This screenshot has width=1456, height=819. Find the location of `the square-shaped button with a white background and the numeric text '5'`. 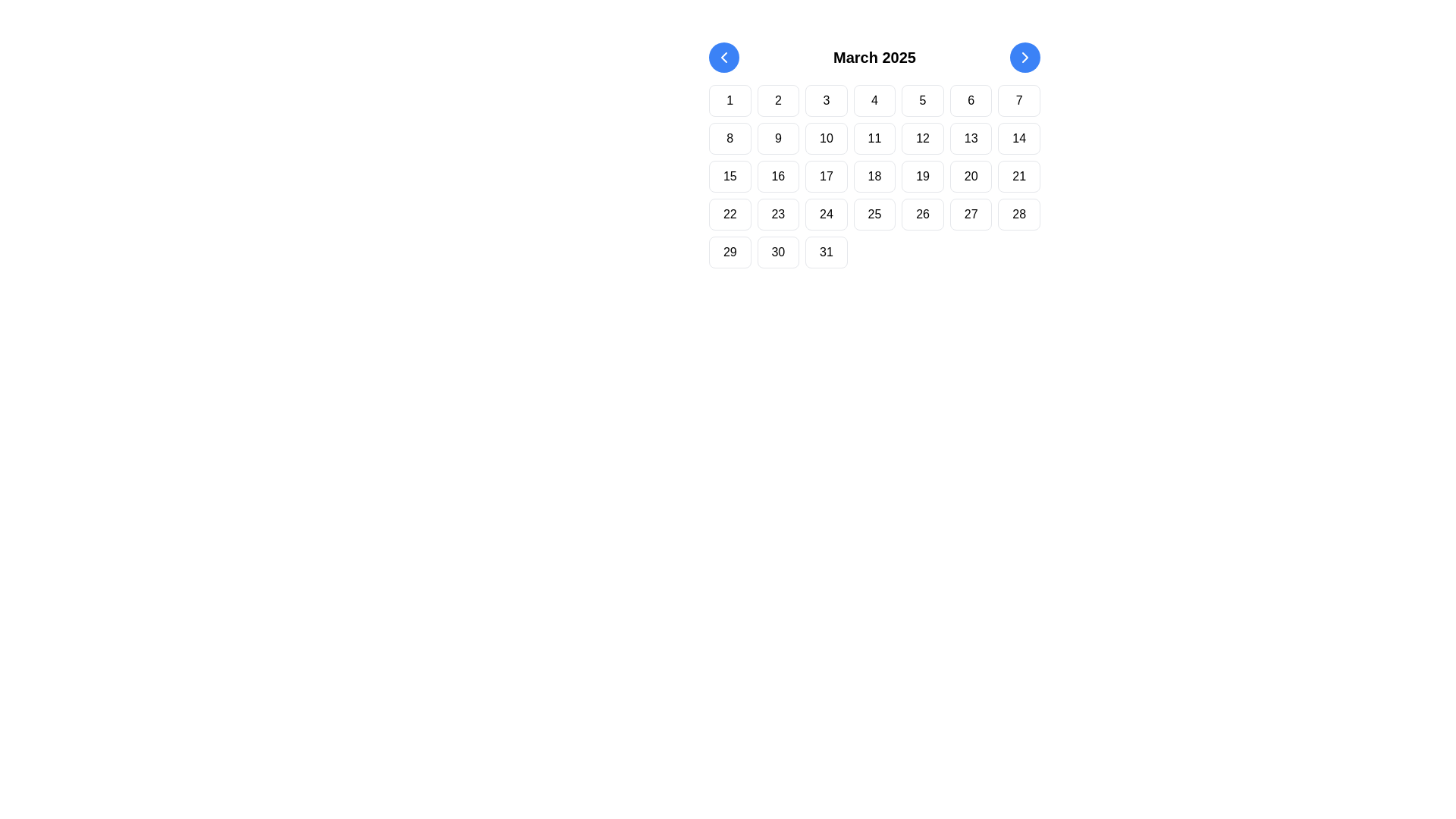

the square-shaped button with a white background and the numeric text '5' is located at coordinates (922, 100).